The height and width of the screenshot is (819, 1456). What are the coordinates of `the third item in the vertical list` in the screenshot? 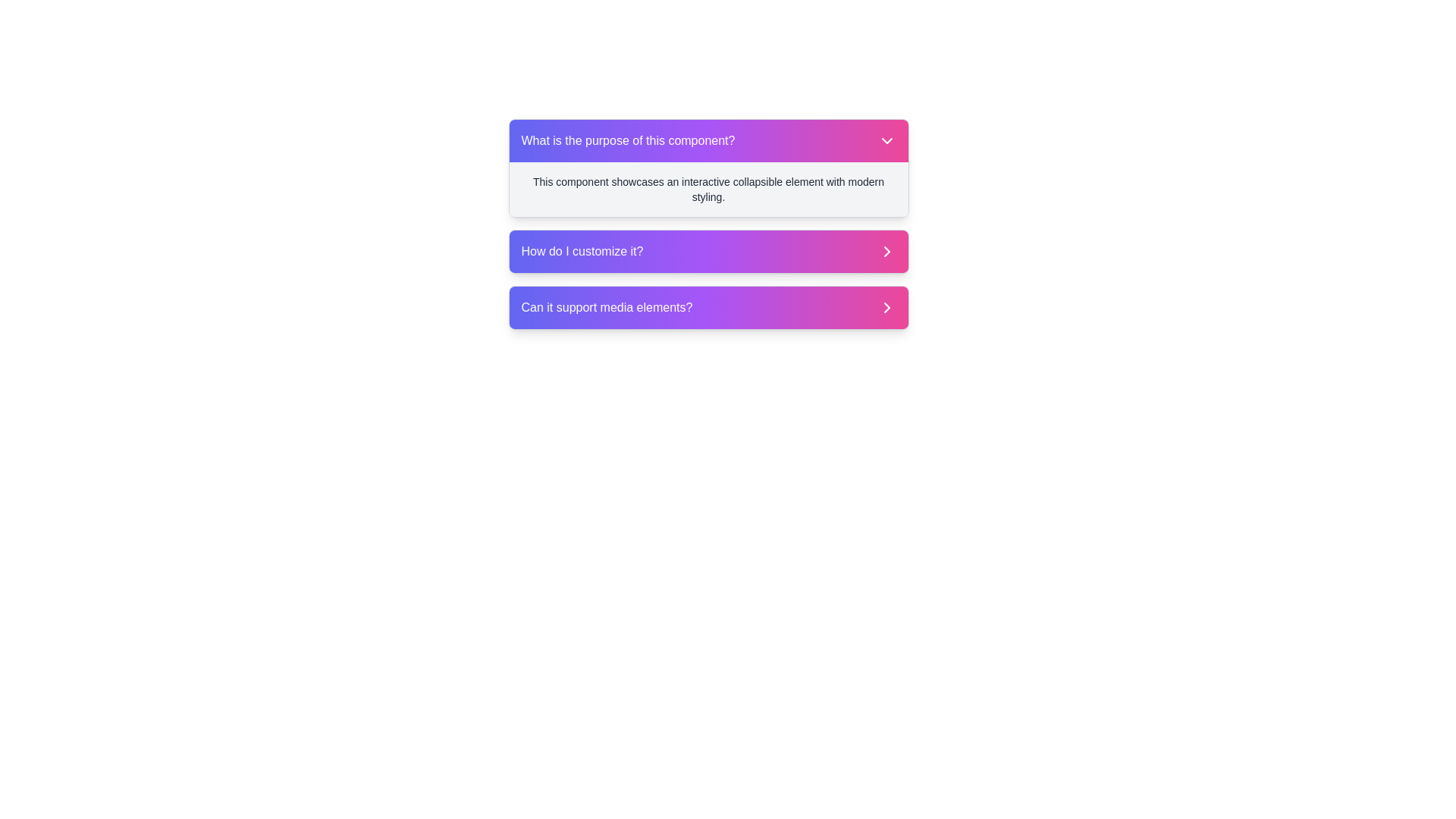 It's located at (708, 307).